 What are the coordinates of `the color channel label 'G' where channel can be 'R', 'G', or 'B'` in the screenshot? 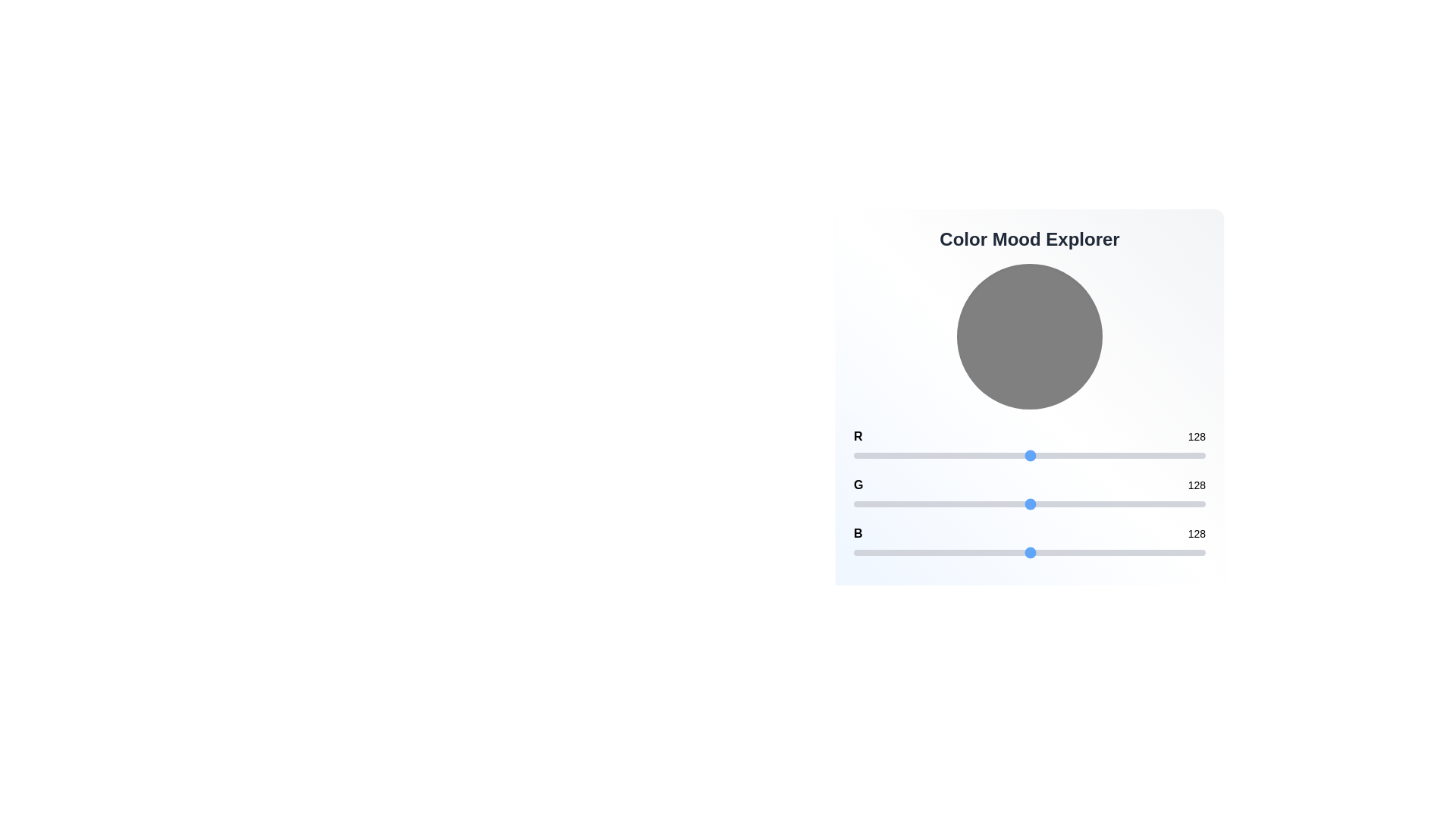 It's located at (858, 485).